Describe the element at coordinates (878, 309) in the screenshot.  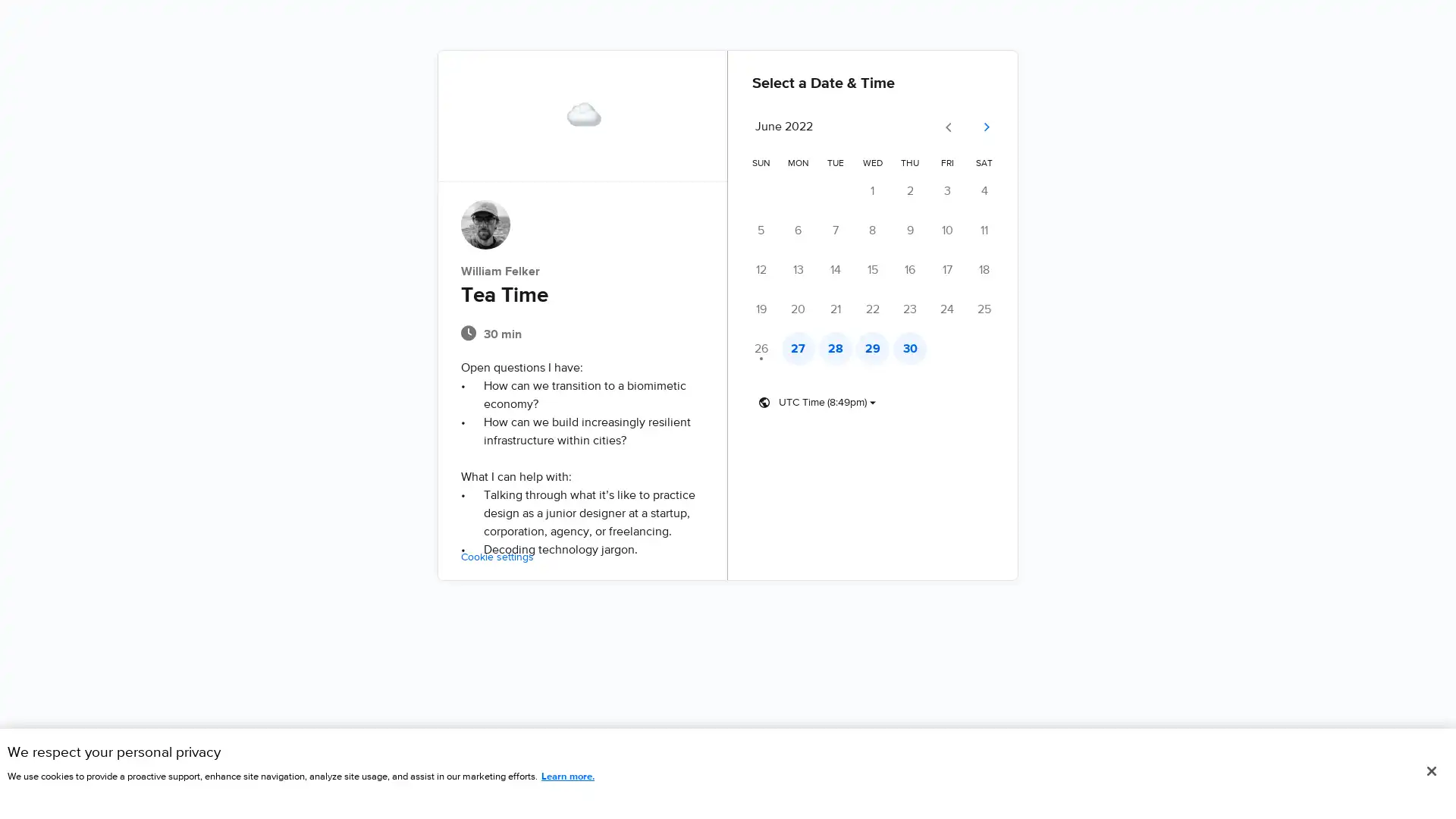
I see `Wednesday, June 22 - No times available` at that location.